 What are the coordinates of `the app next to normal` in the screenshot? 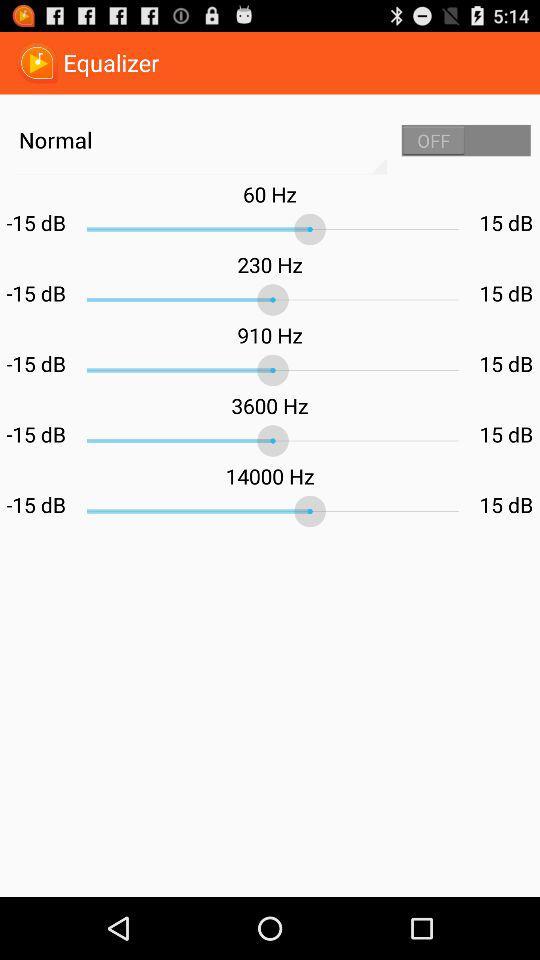 It's located at (466, 139).